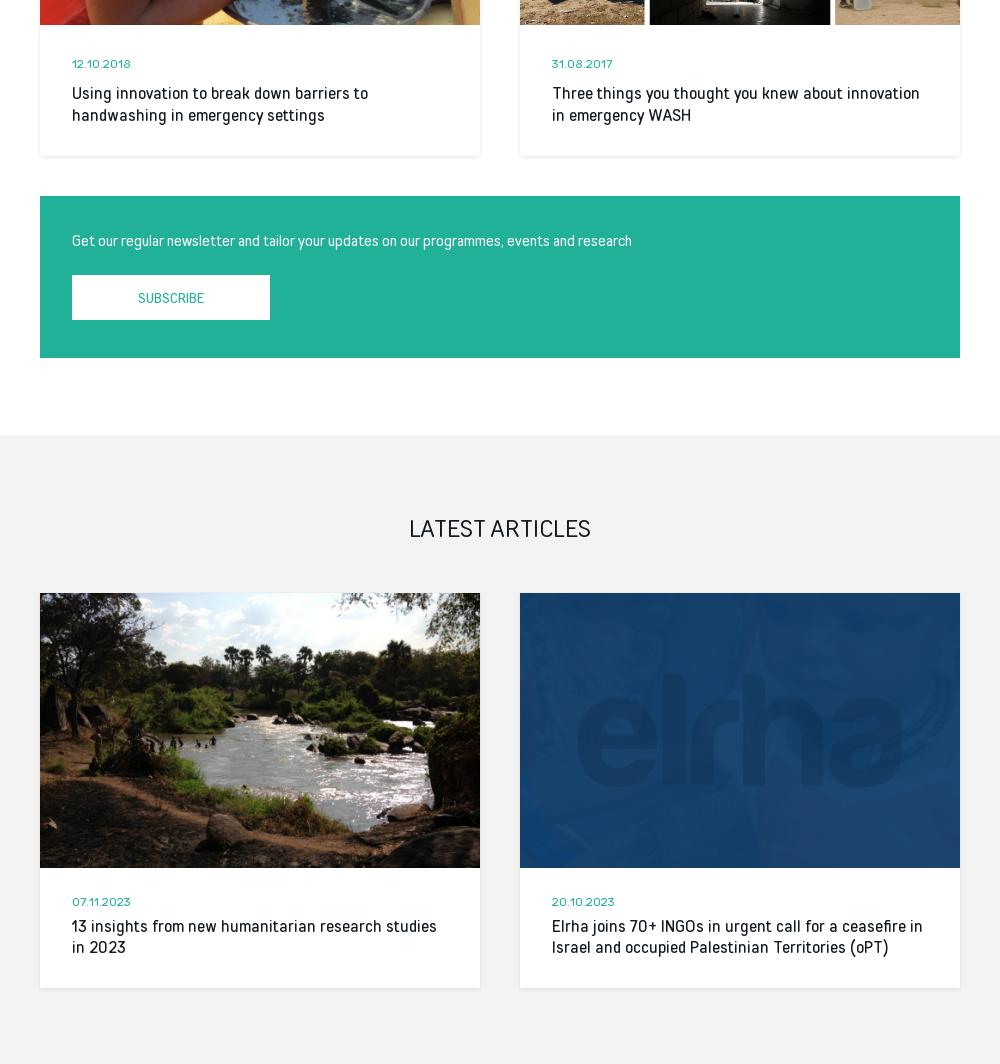 This screenshot has width=1000, height=1064. Describe the element at coordinates (409, 527) in the screenshot. I see `'Latest Articles'` at that location.